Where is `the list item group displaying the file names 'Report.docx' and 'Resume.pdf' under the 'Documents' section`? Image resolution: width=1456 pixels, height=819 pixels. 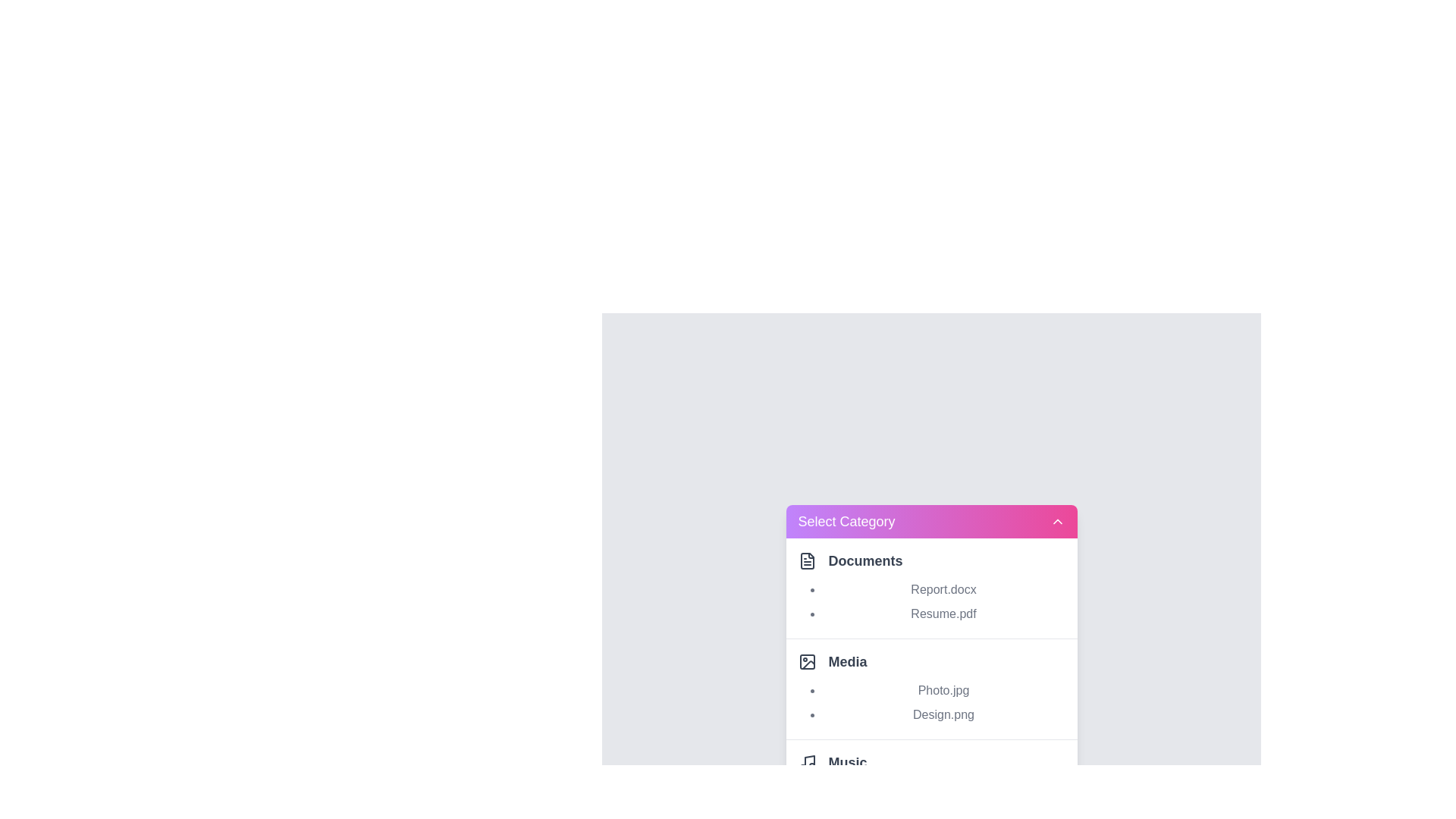
the list item group displaying the file names 'Report.docx' and 'Resume.pdf' under the 'Documents' section is located at coordinates (943, 601).